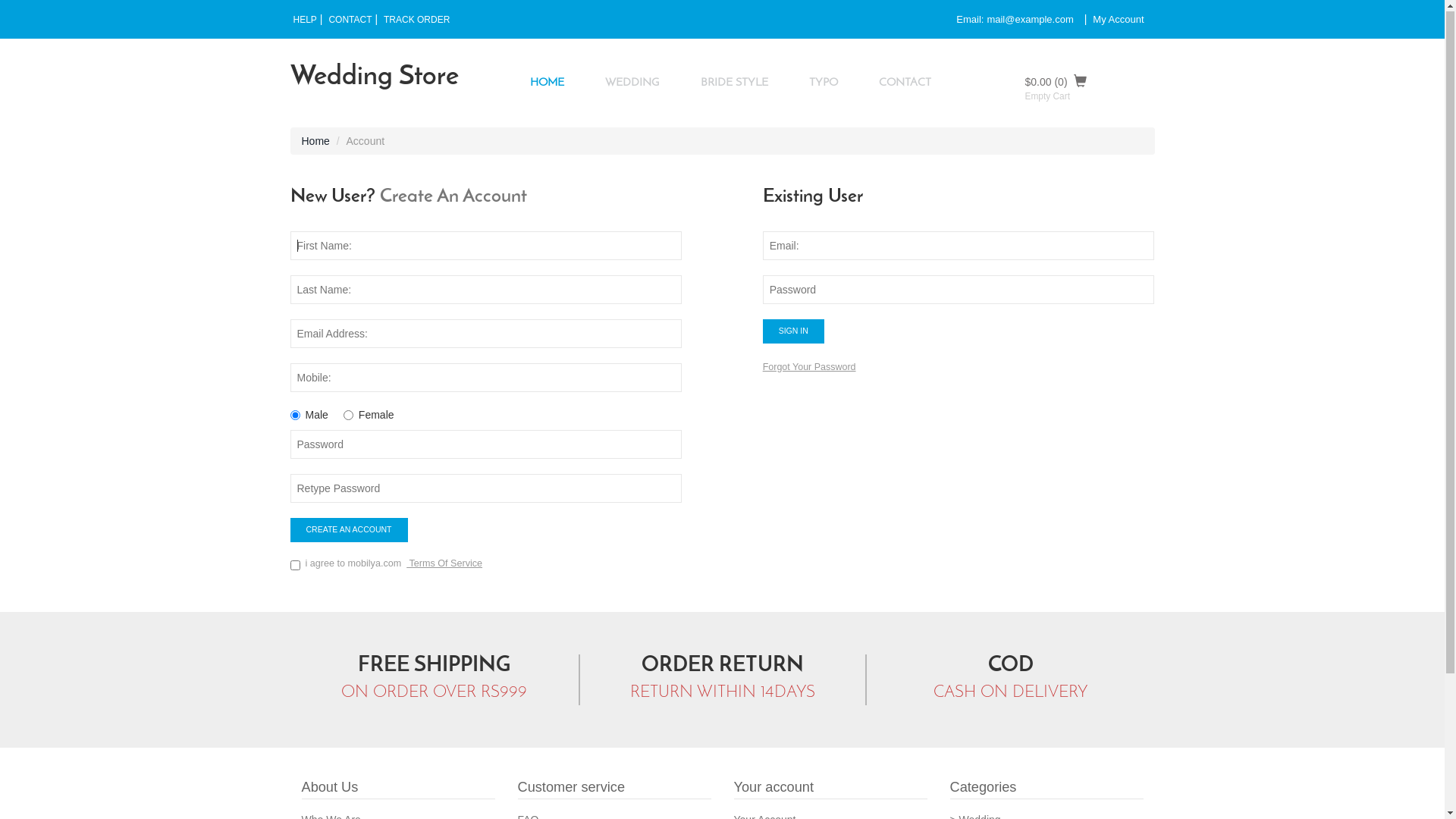  I want to click on 'My Account', so click(1118, 20).